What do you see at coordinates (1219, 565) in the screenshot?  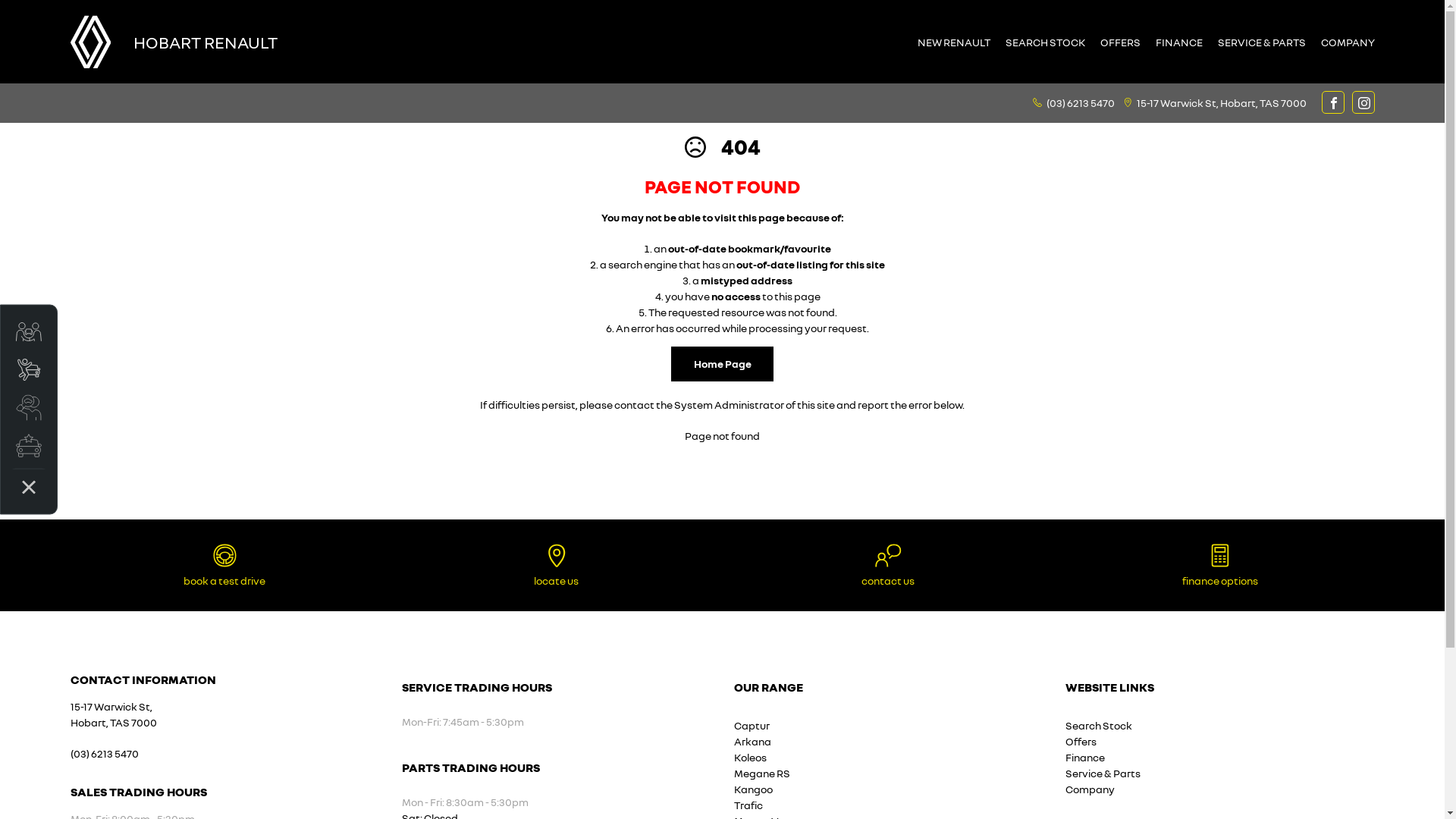 I see `'finance options'` at bounding box center [1219, 565].